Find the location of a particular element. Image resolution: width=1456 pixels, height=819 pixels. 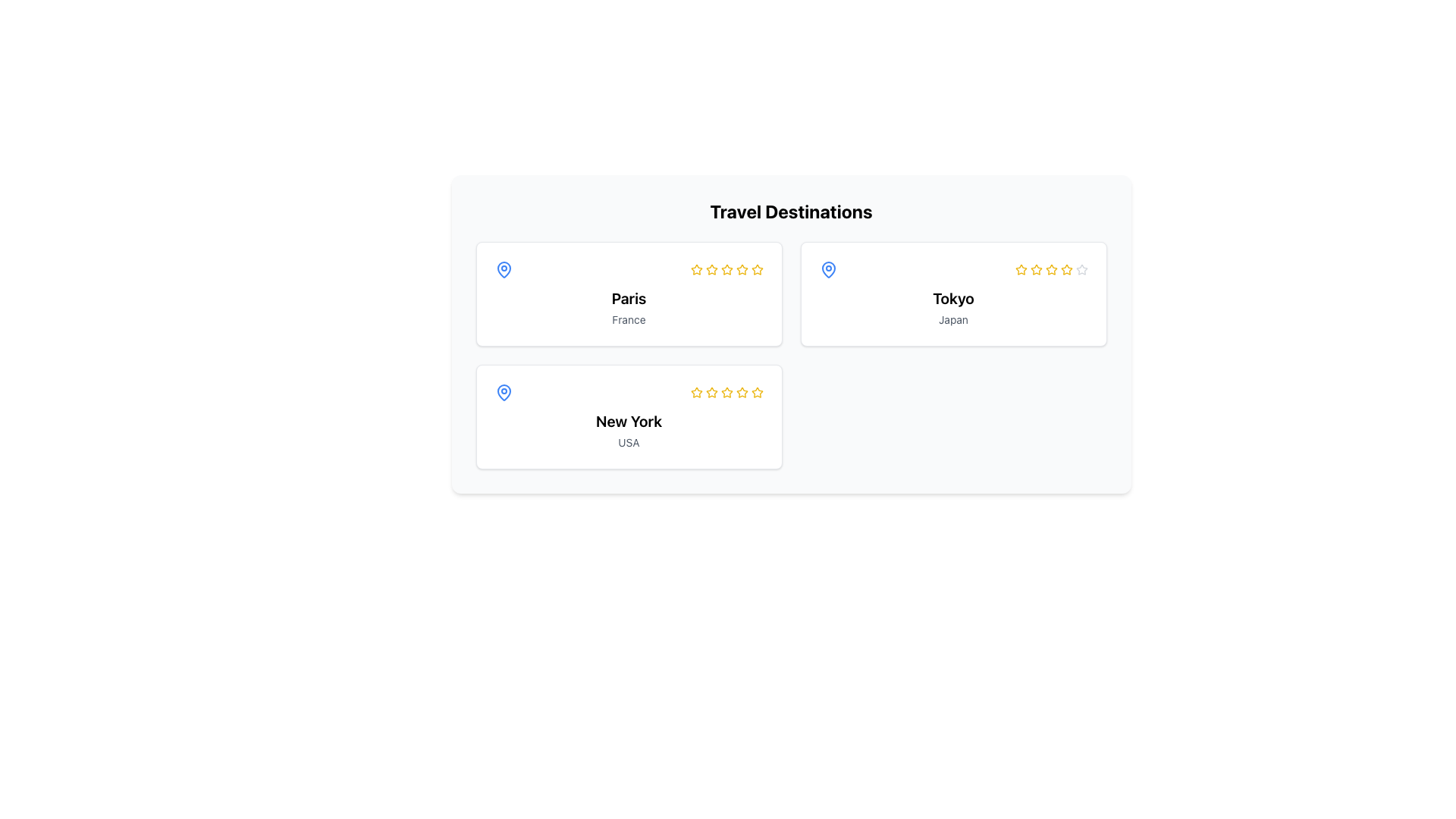

the text label displaying 'Tokyo', which is styled in bold and large font, located at the upper section of a white card on the right side of a travel destinations grid is located at coordinates (952, 298).